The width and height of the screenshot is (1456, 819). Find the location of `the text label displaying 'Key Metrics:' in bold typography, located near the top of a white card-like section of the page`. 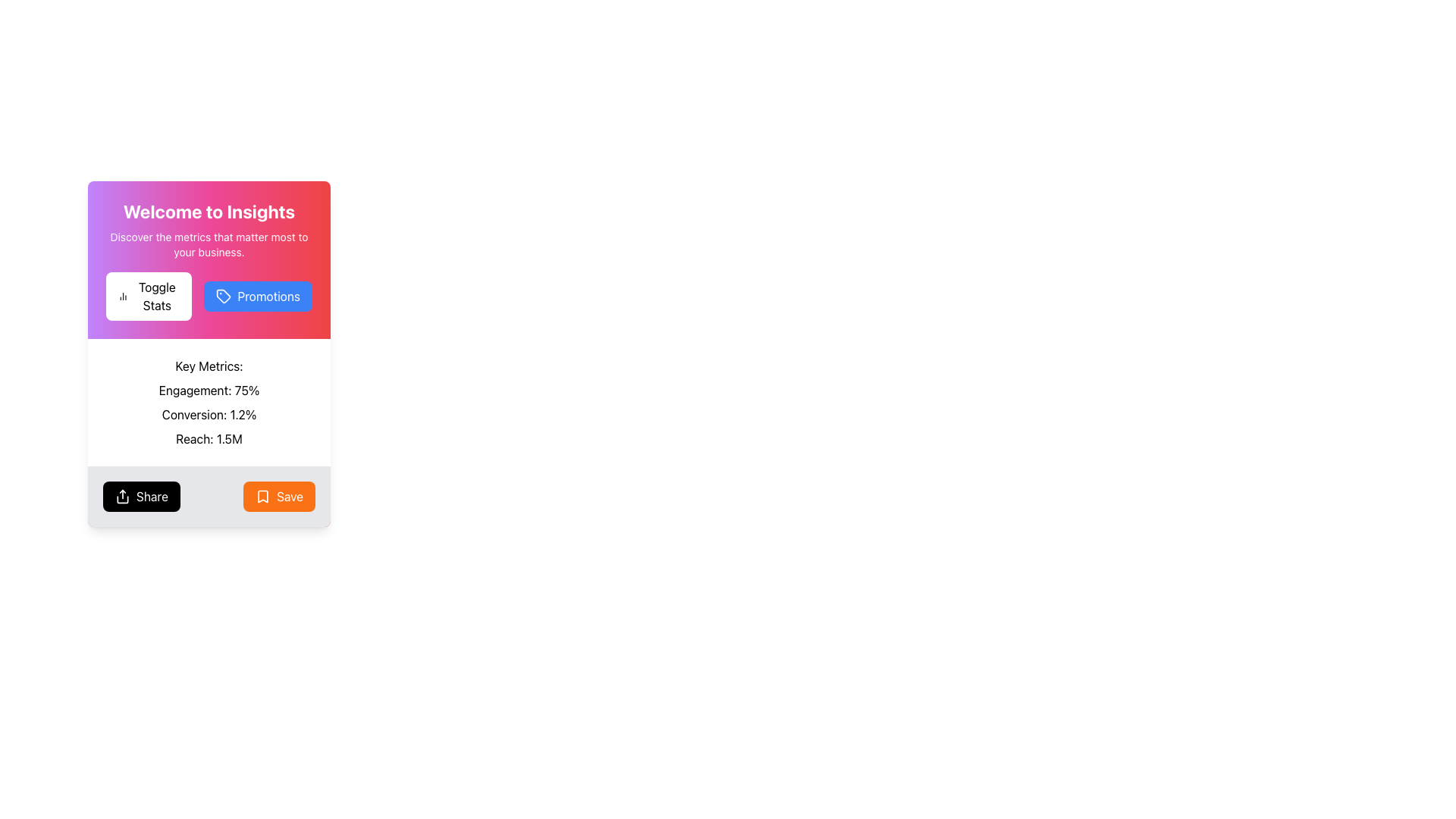

the text label displaying 'Key Metrics:' in bold typography, located near the top of a white card-like section of the page is located at coordinates (208, 366).